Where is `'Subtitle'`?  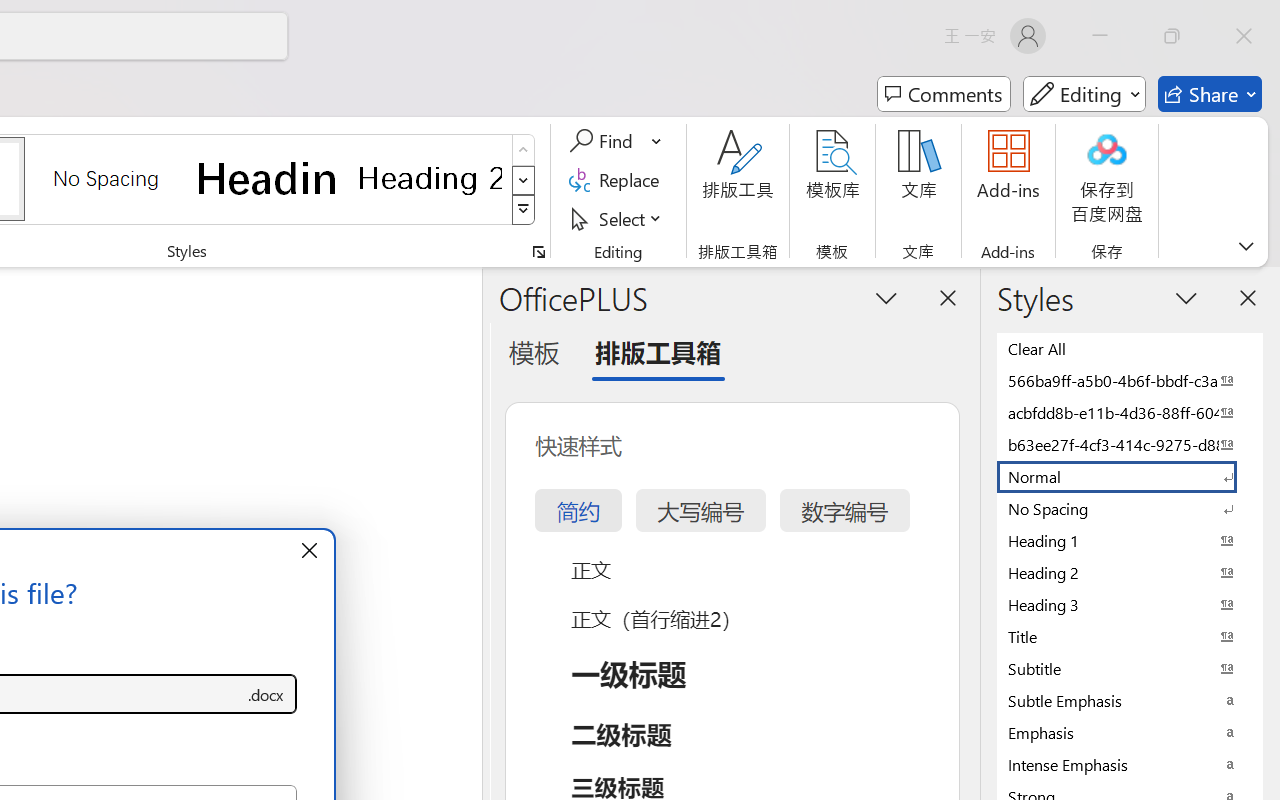
'Subtitle' is located at coordinates (1130, 668).